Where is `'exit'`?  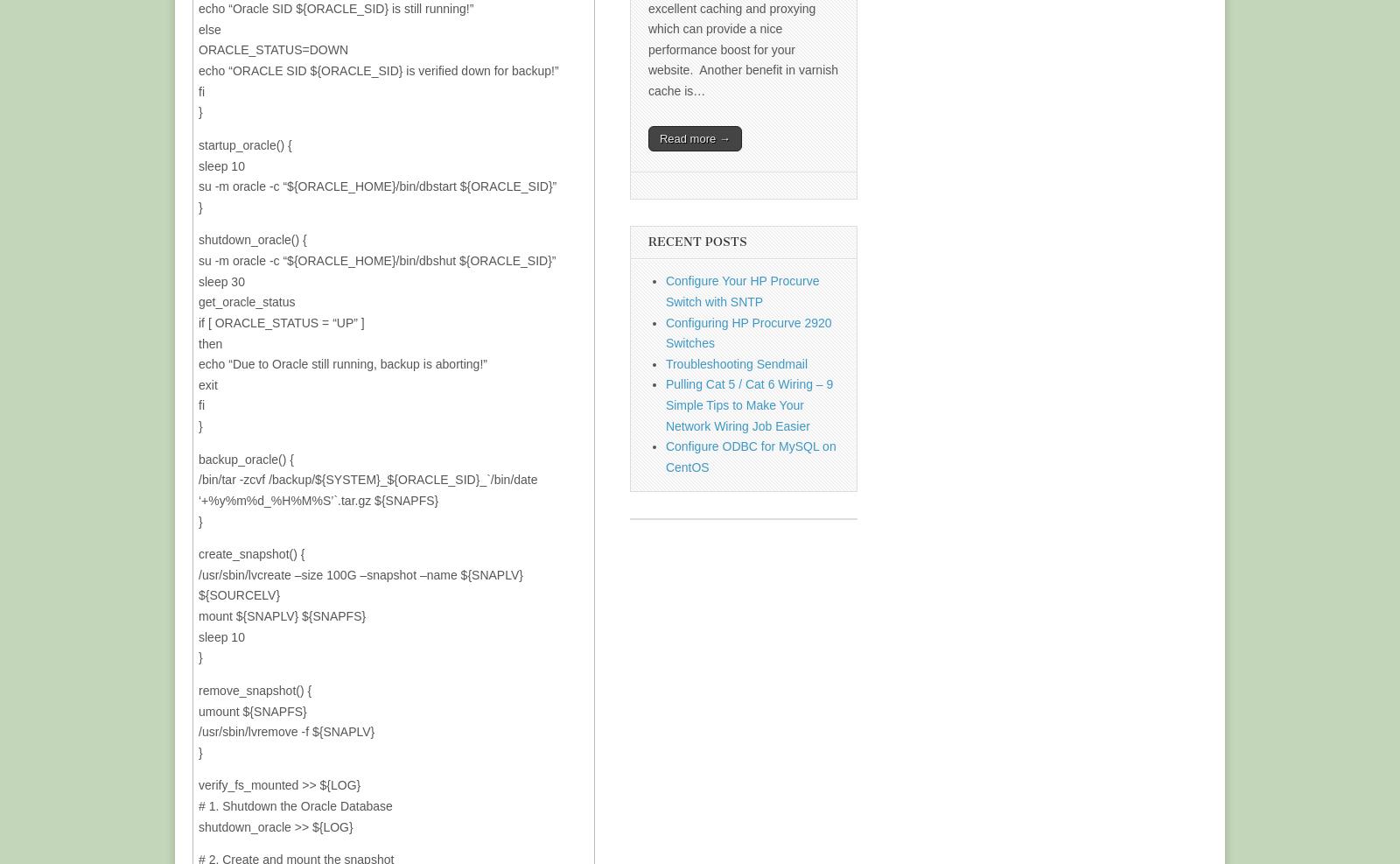 'exit' is located at coordinates (207, 383).